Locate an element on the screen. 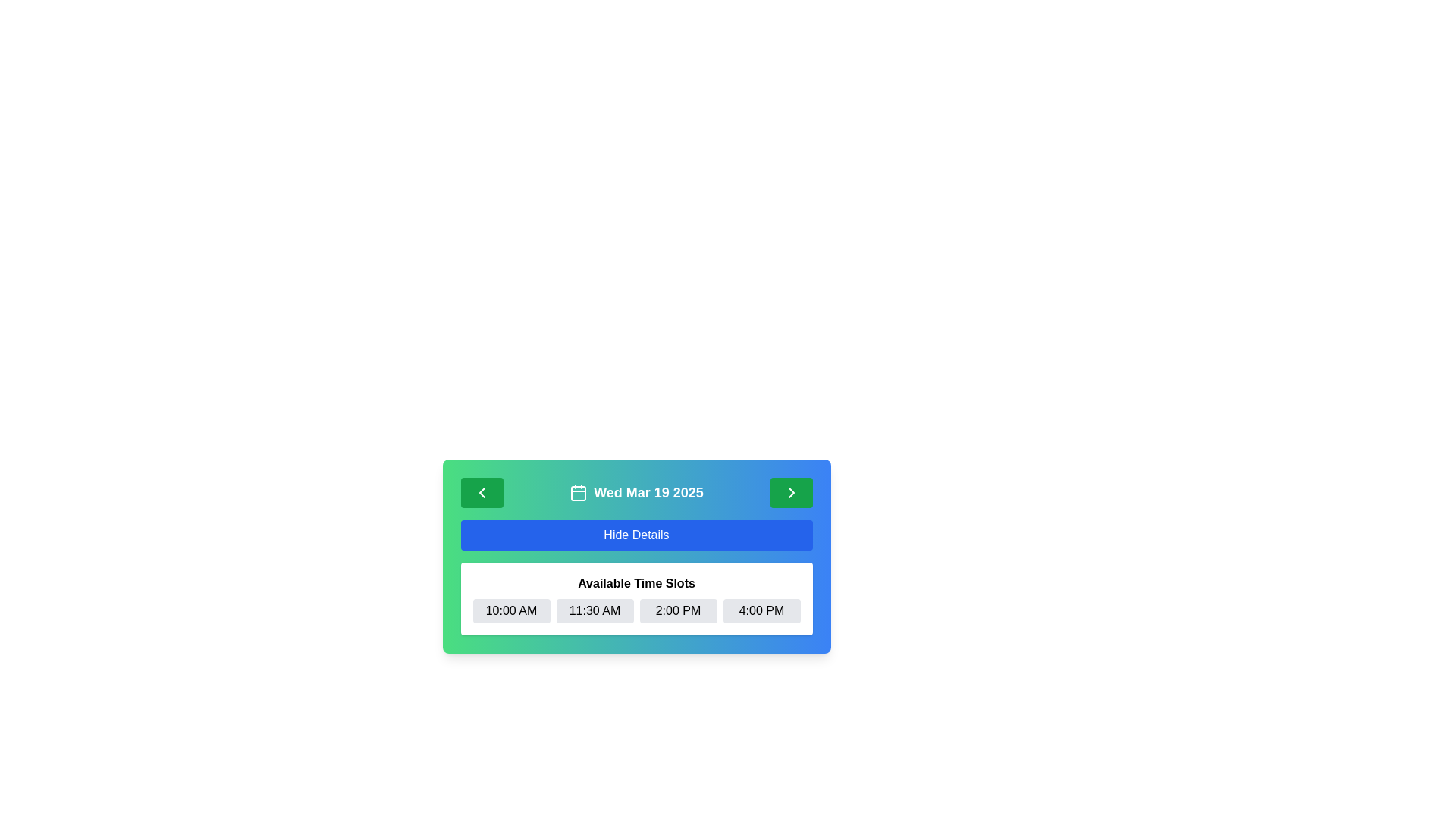 This screenshot has height=819, width=1456. the blue 'Hide Details' button with white text is located at coordinates (636, 534).